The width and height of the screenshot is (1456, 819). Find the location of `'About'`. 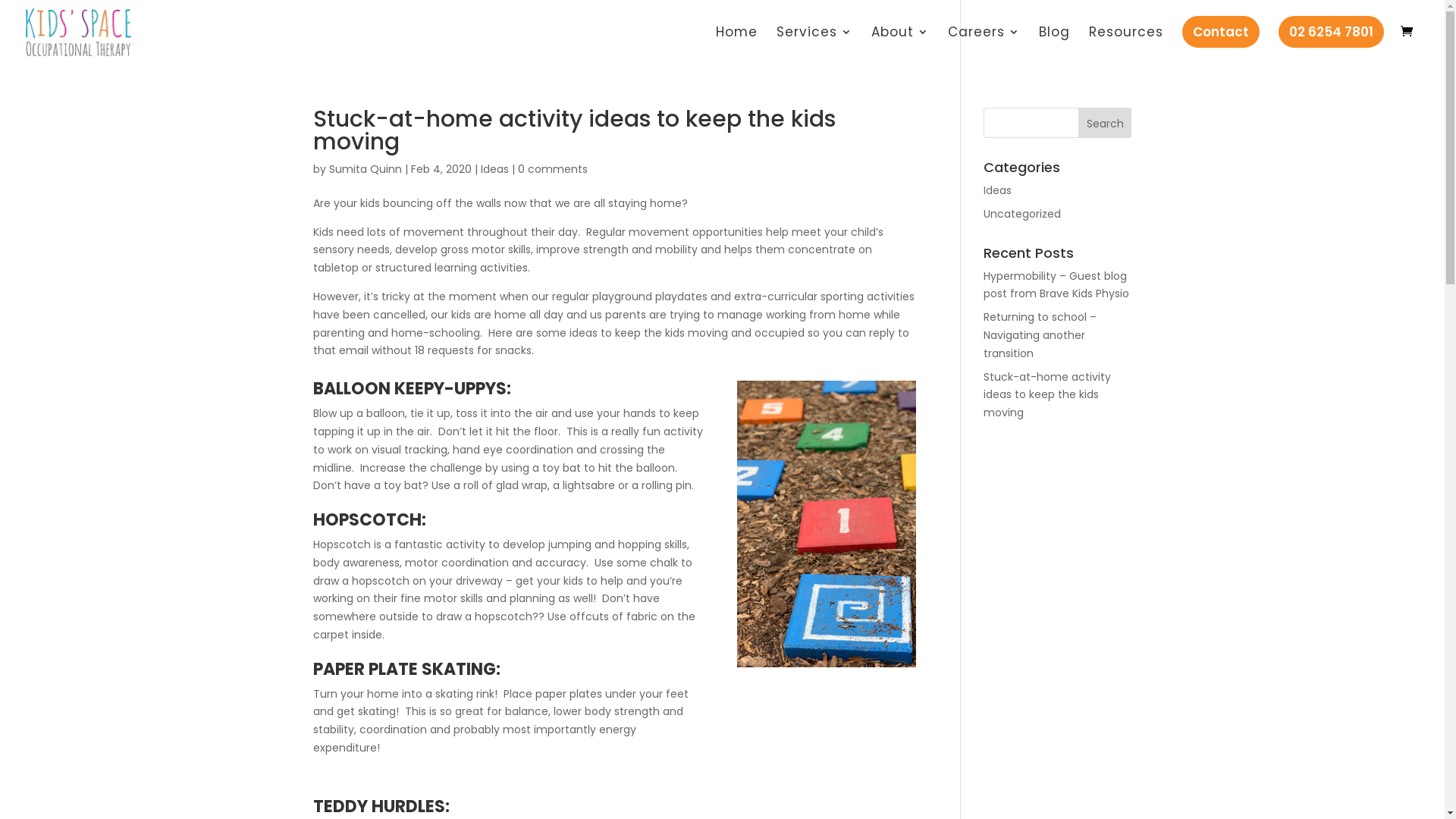

'About' is located at coordinates (899, 43).